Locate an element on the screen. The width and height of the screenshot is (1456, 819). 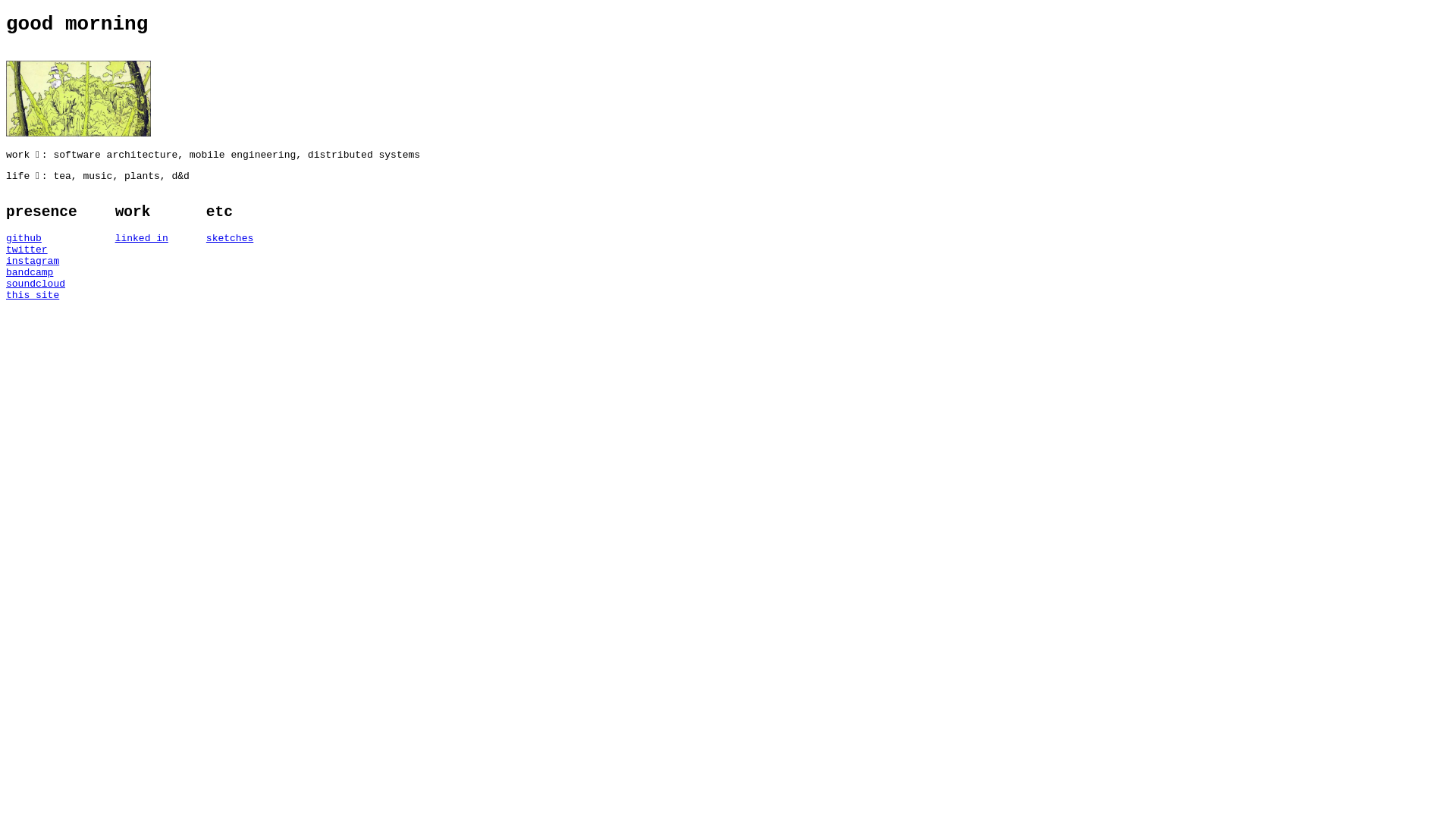
'linked in' is located at coordinates (142, 238).